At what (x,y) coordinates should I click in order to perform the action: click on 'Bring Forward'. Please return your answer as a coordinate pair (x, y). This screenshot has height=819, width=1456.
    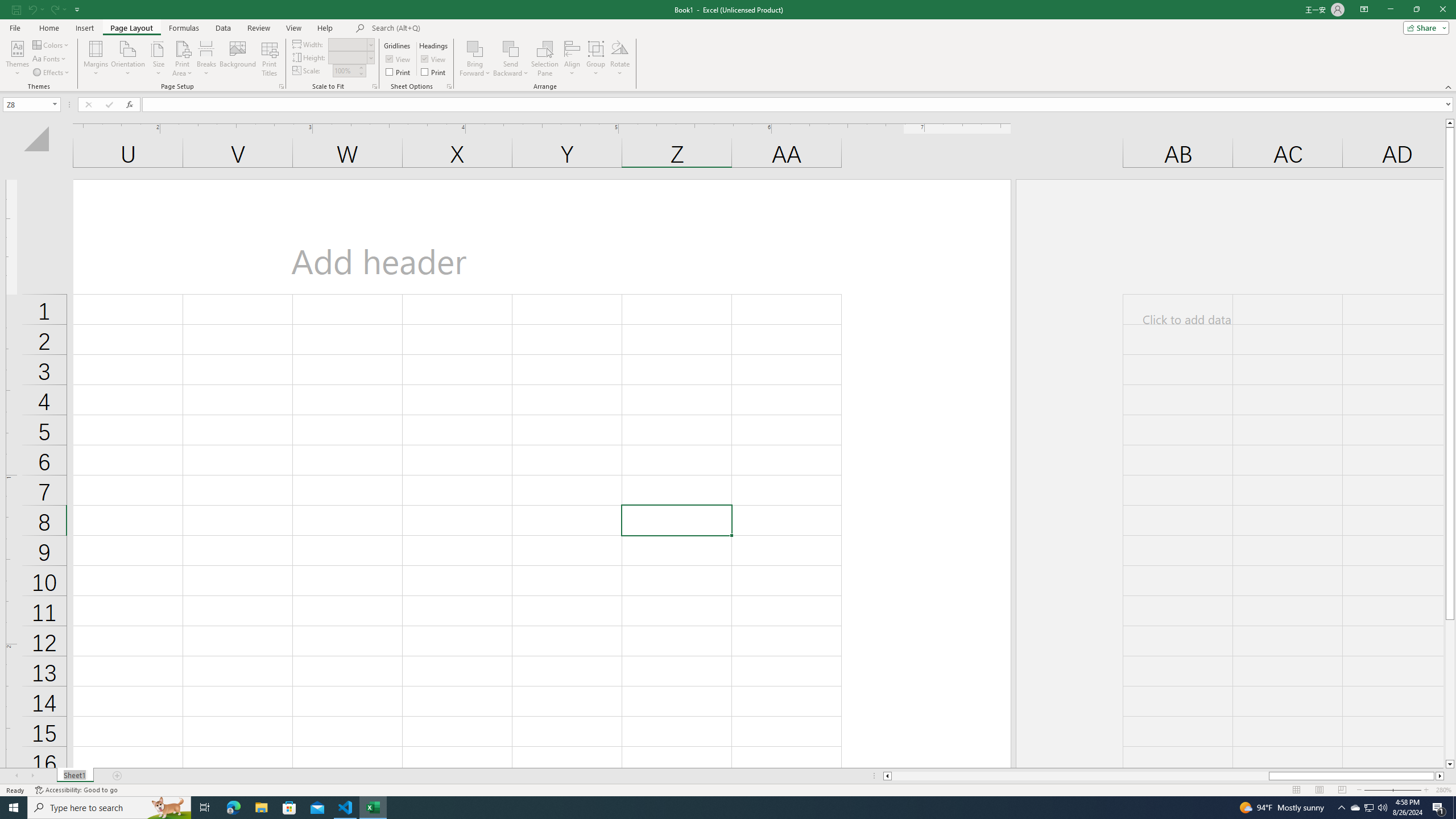
    Looking at the image, I should click on (475, 59).